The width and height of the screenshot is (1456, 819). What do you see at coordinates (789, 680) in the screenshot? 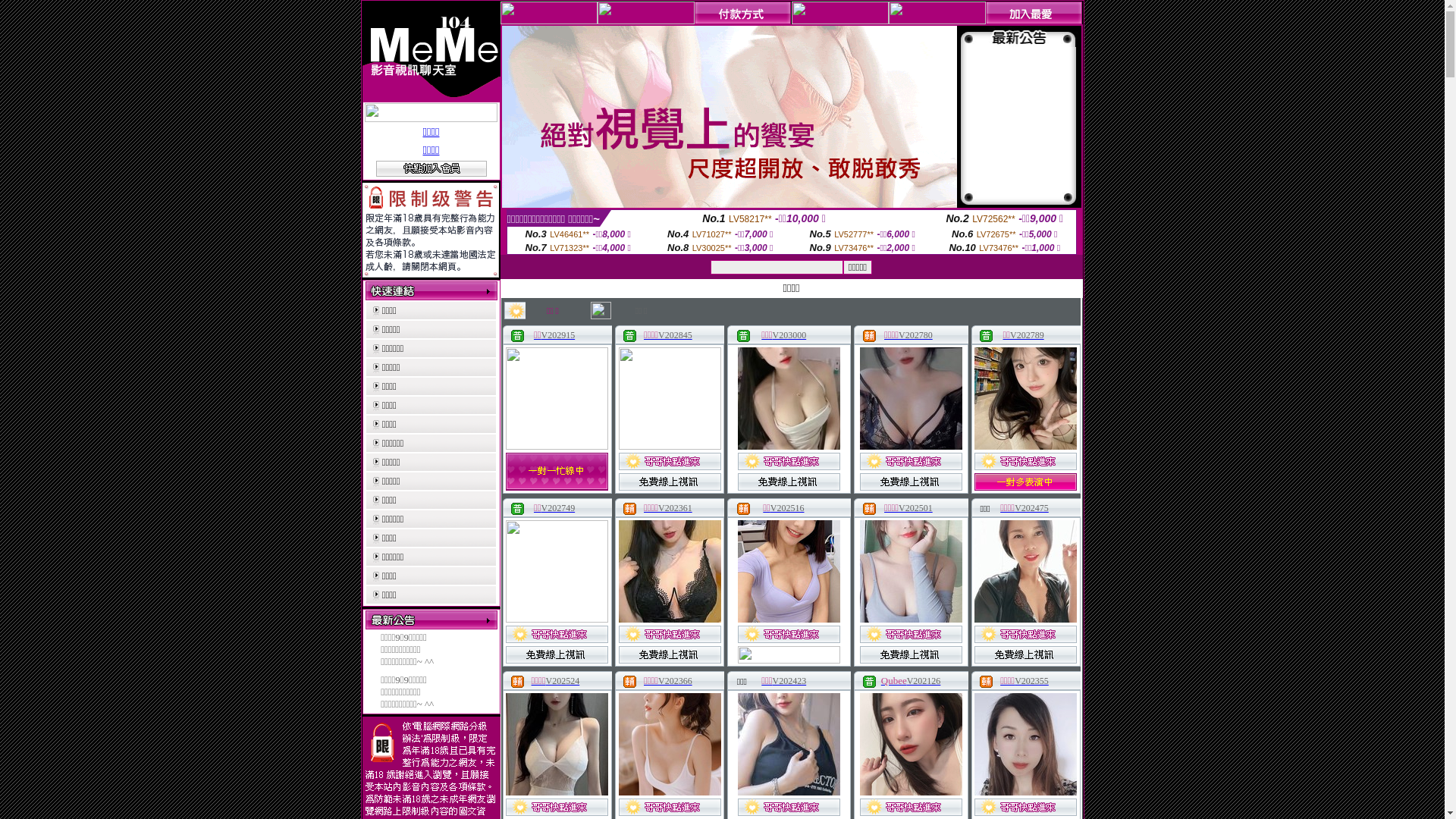
I see `'V202423'` at bounding box center [789, 680].